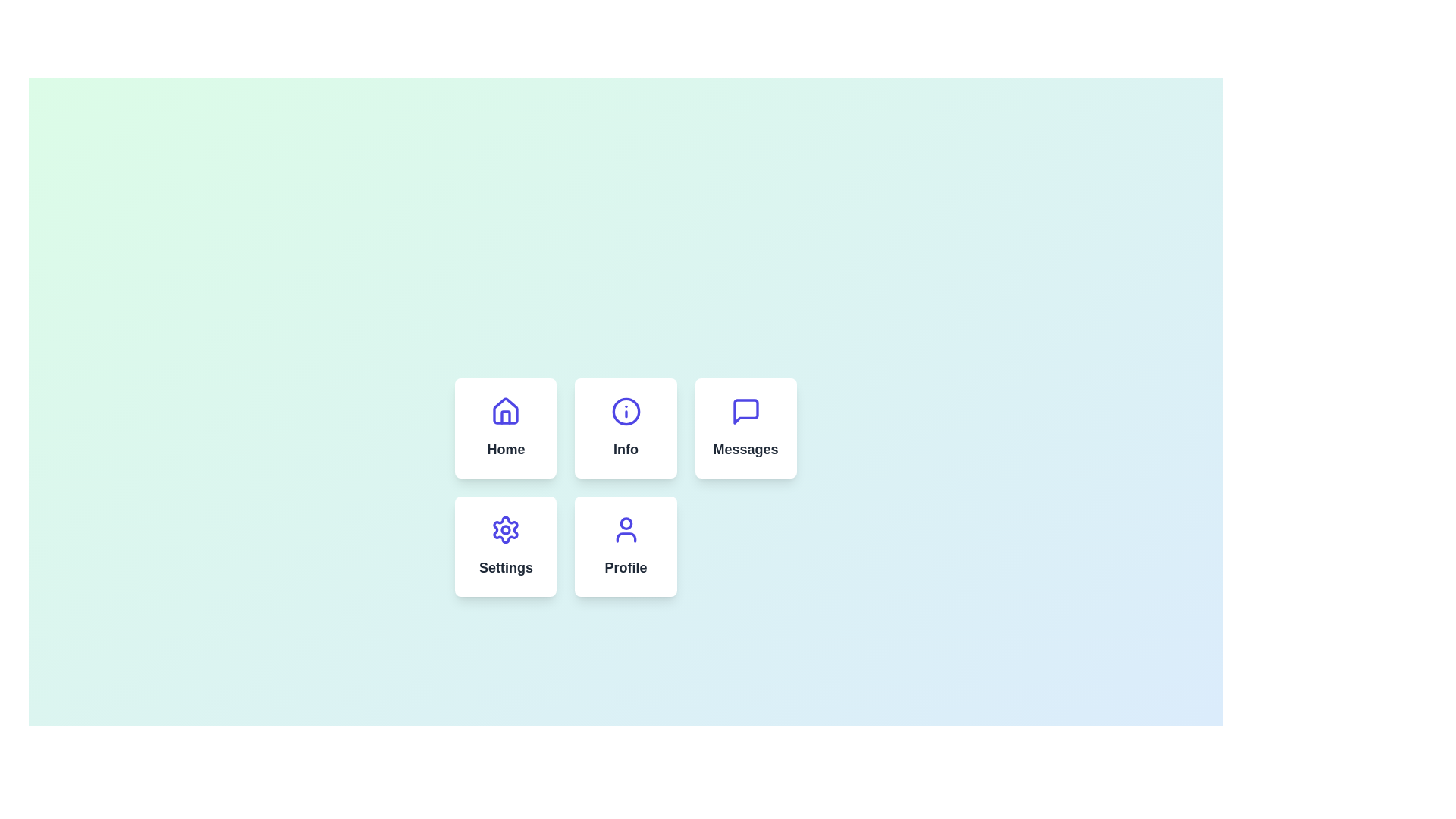  I want to click on the 'Messages' iconic navigation button located at the top-right of the grid, so click(745, 412).